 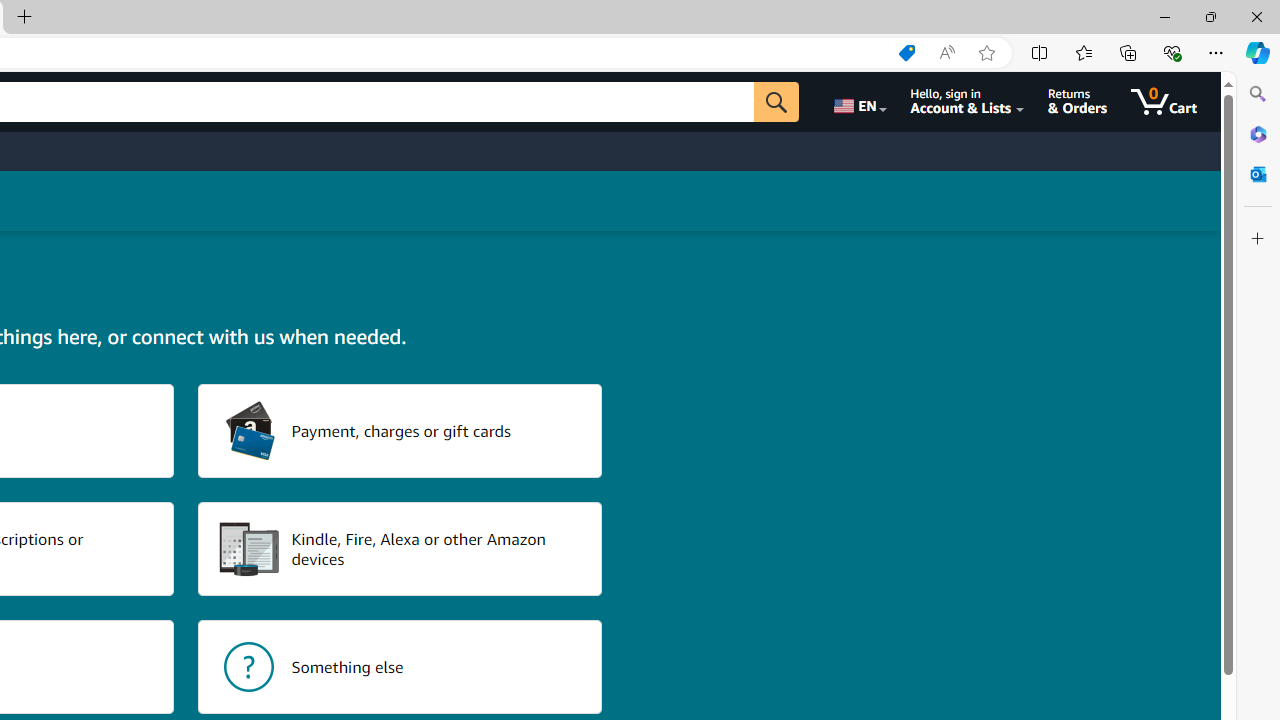 I want to click on '0 items in cart', so click(x=1164, y=101).